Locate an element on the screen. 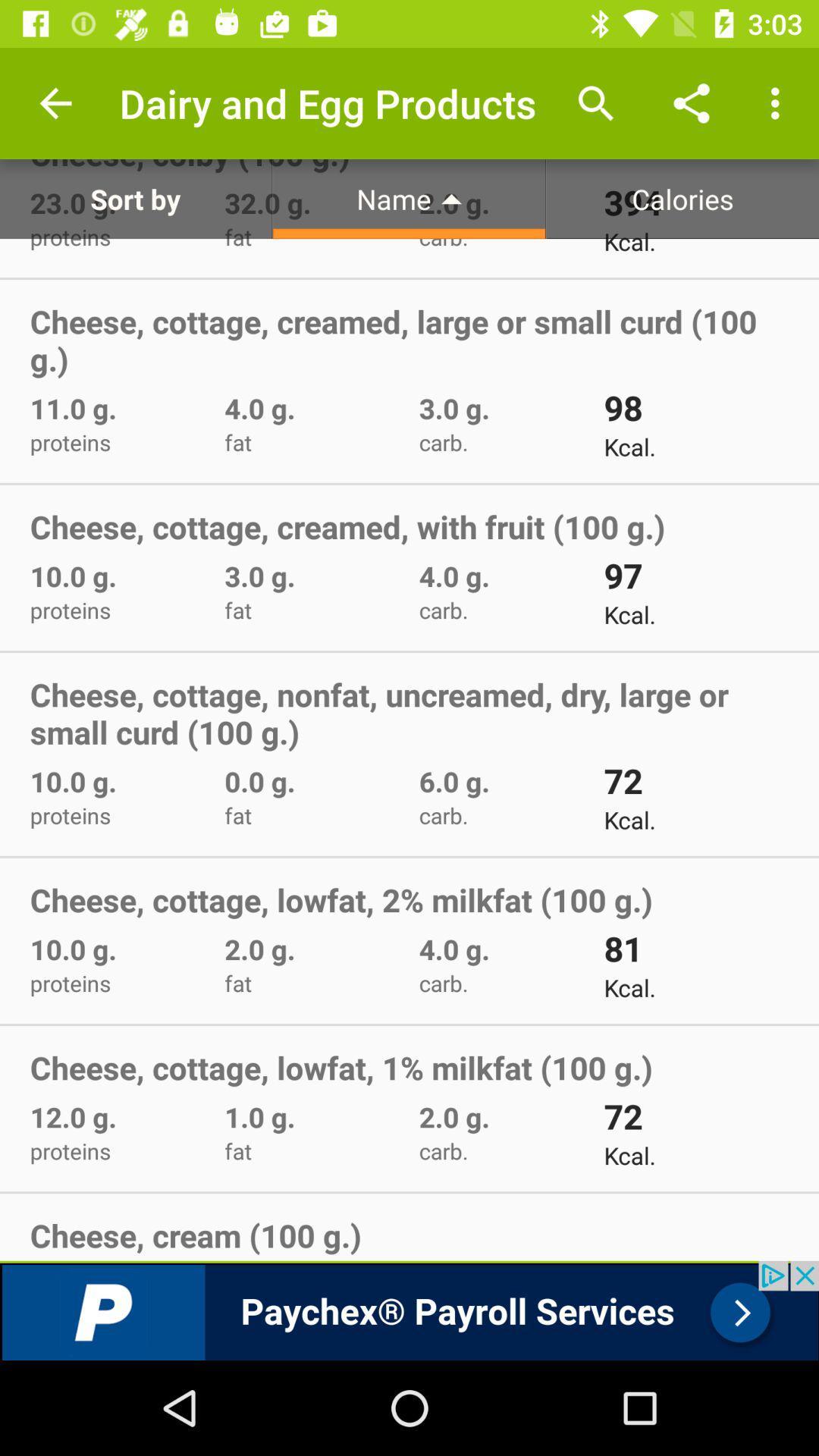  view paychex payroll services website is located at coordinates (409, 1310).